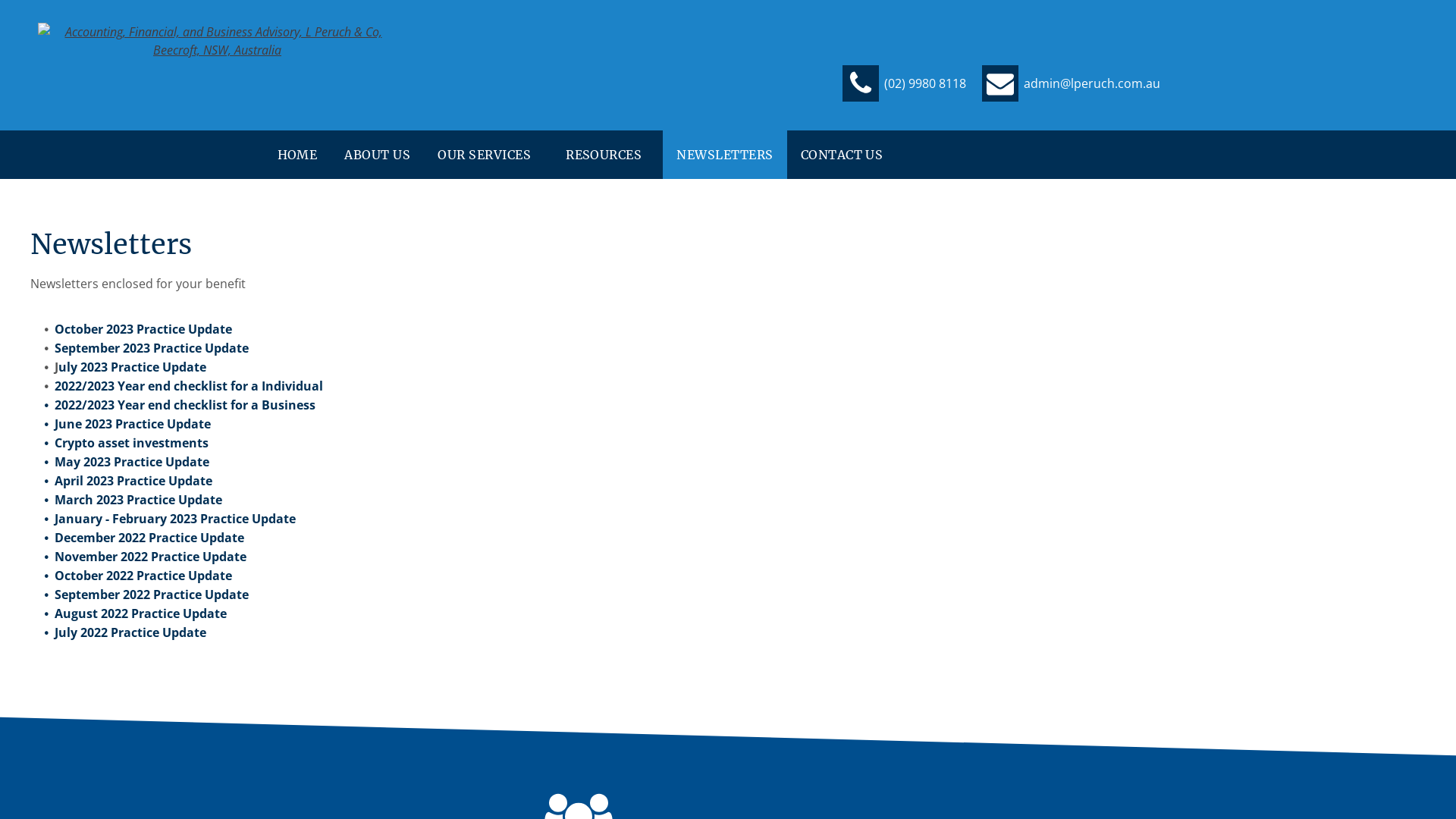 The image size is (1456, 819). I want to click on 'Crypto asset investments', so click(131, 442).